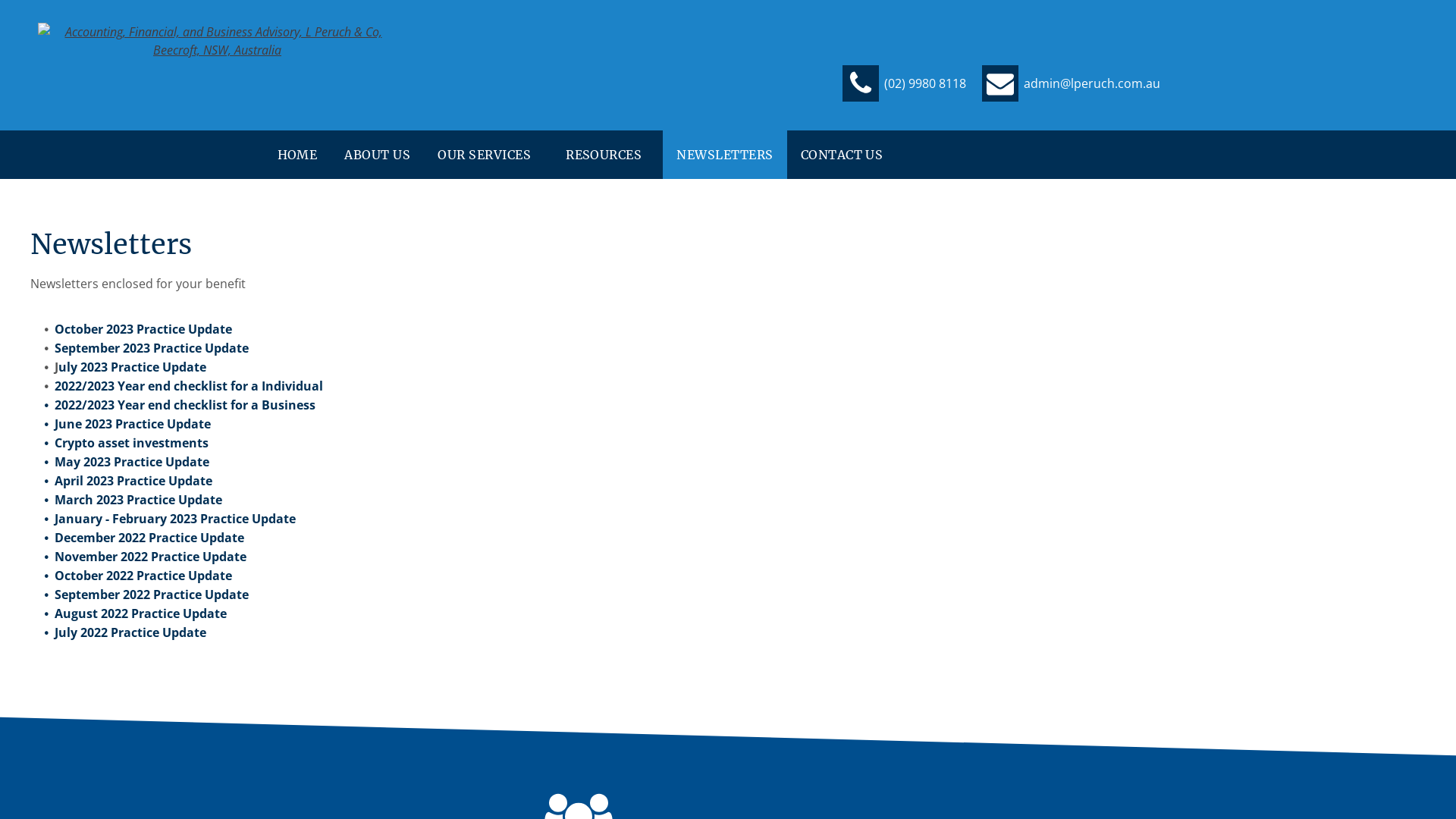 The image size is (1456, 819). I want to click on 'Crypto asset investments', so click(131, 442).